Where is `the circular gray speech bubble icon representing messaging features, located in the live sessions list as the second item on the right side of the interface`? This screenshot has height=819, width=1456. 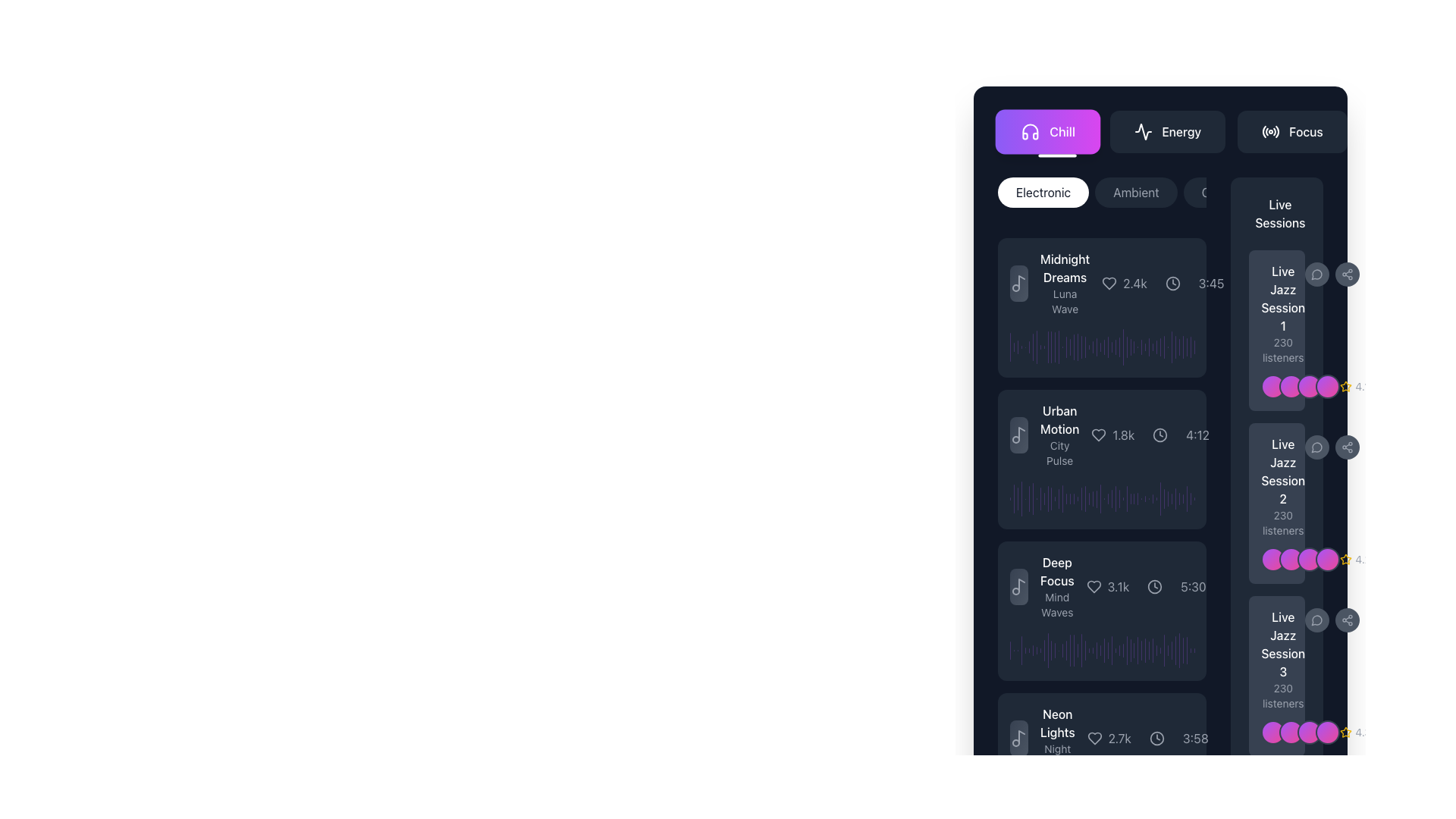 the circular gray speech bubble icon representing messaging features, located in the live sessions list as the second item on the right side of the interface is located at coordinates (1316, 447).